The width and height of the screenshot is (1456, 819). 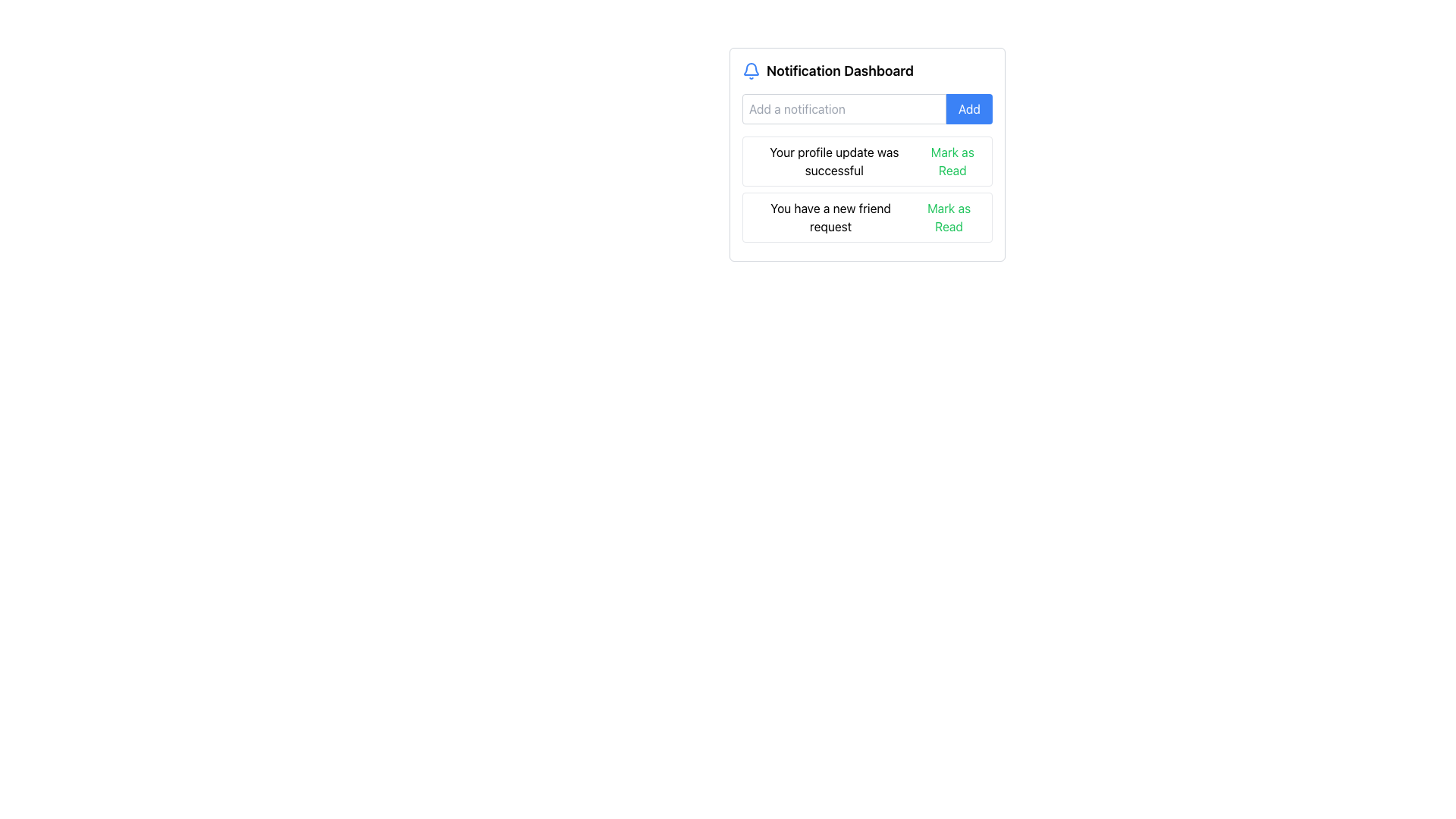 What do you see at coordinates (830, 217) in the screenshot?
I see `the static text label that displays 'You have a new friend request', which is located in the lower portion of the notification list within a bordered and rounded rectangular box` at bounding box center [830, 217].